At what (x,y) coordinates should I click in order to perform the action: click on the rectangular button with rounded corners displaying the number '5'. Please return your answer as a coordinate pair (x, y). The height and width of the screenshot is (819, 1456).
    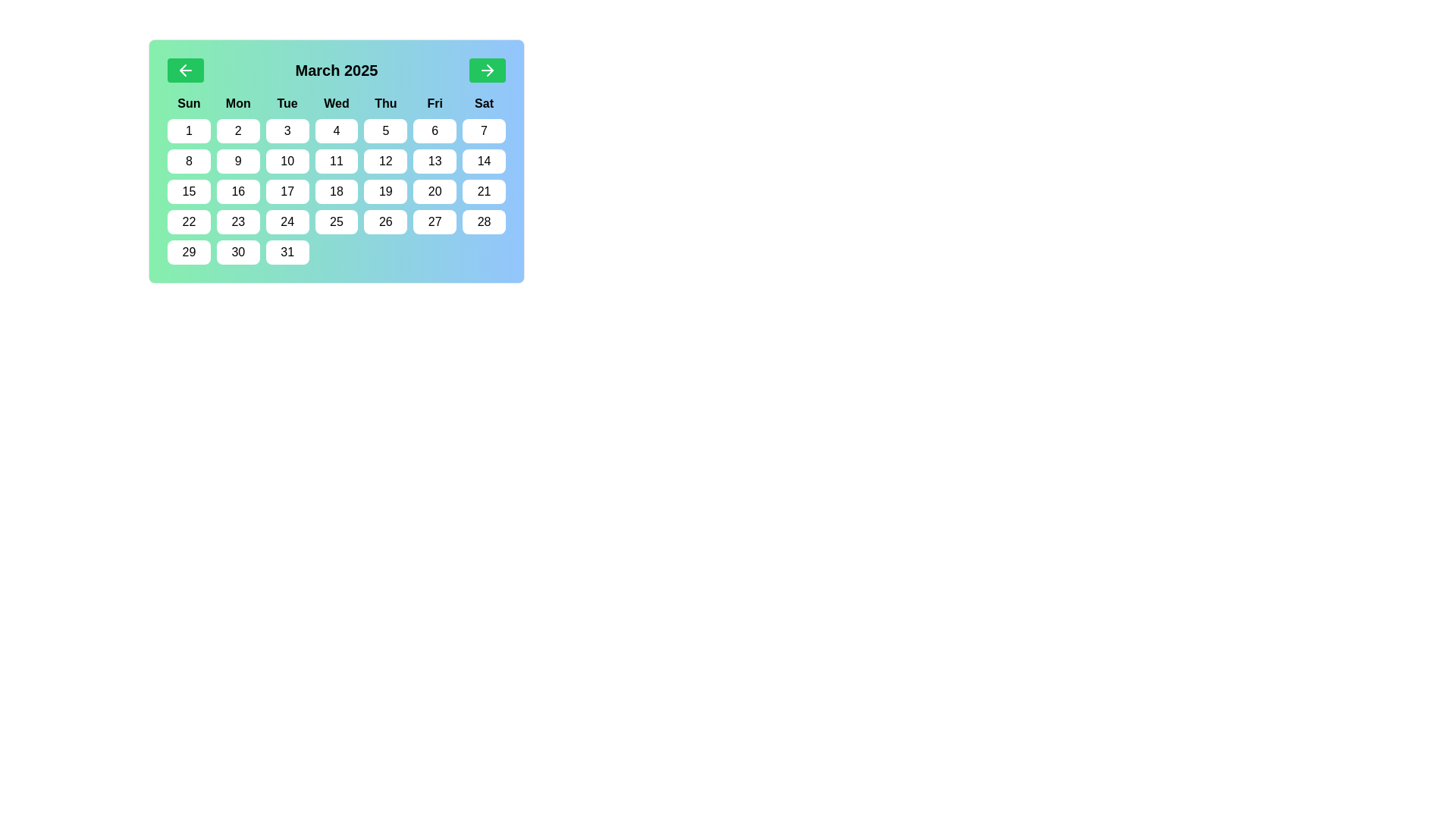
    Looking at the image, I should click on (385, 130).